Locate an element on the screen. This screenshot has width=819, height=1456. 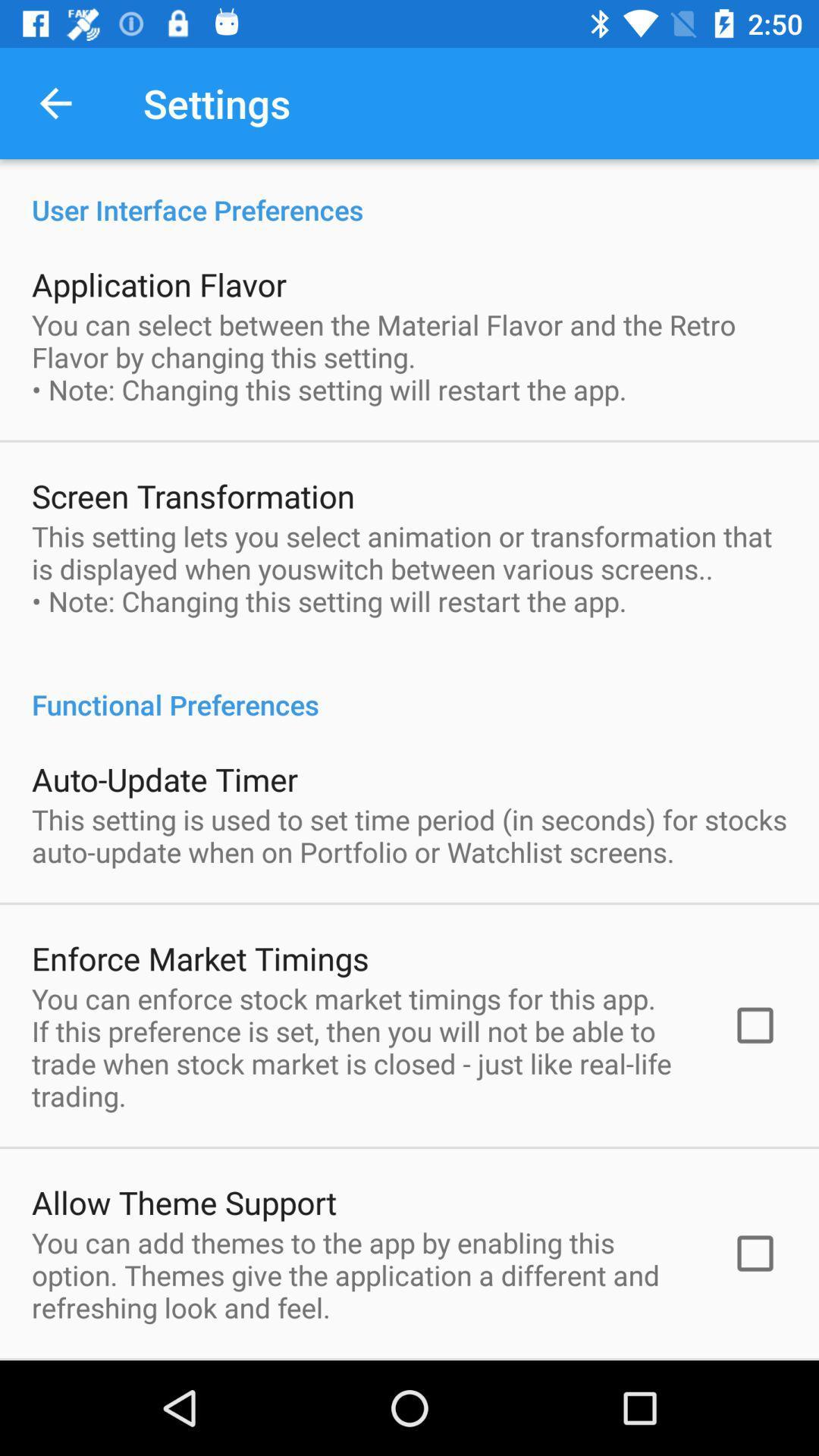
go back is located at coordinates (55, 102).